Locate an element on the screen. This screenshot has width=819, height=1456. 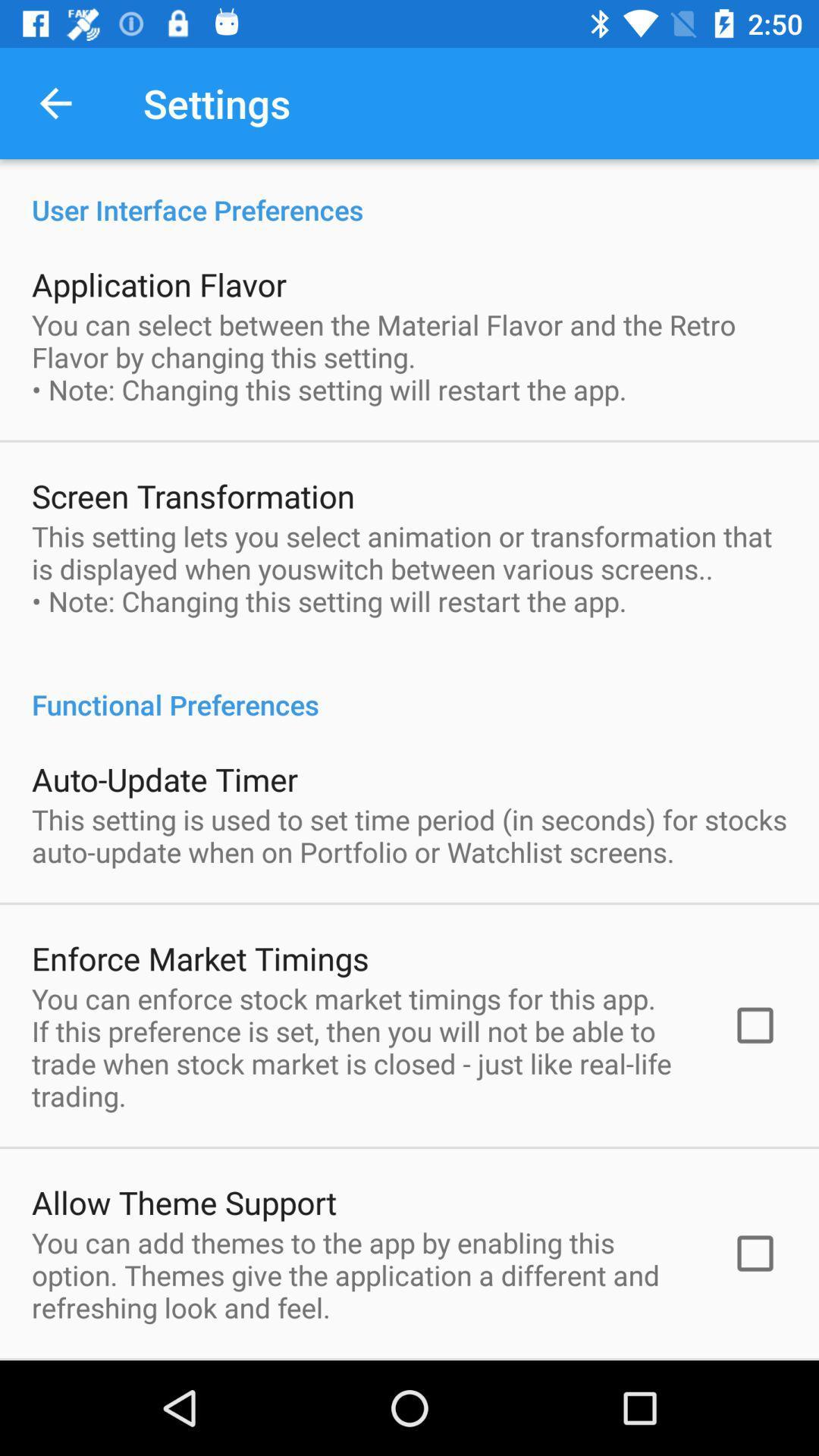
go back is located at coordinates (55, 102).